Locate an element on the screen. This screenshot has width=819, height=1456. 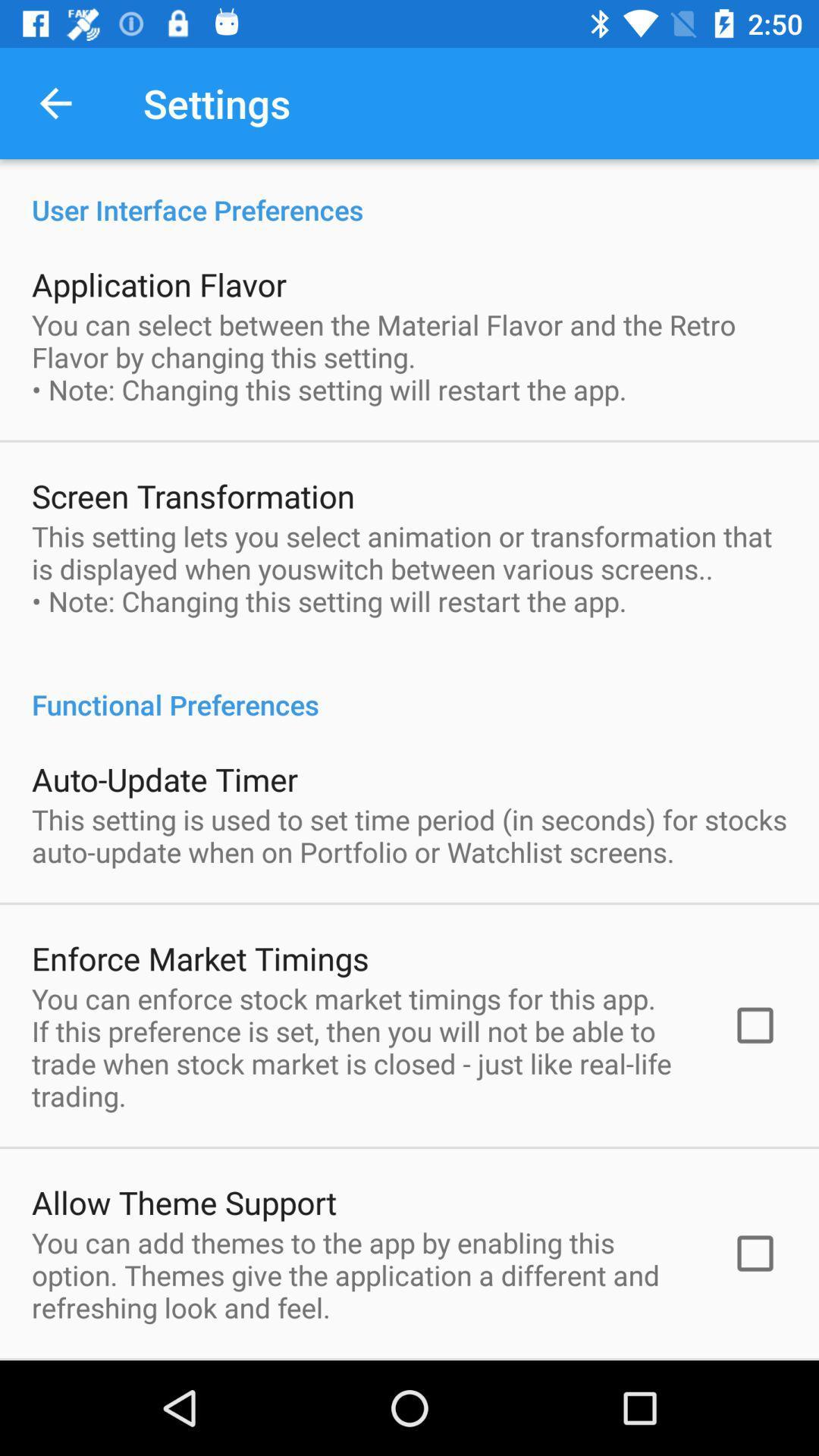
go back is located at coordinates (55, 102).